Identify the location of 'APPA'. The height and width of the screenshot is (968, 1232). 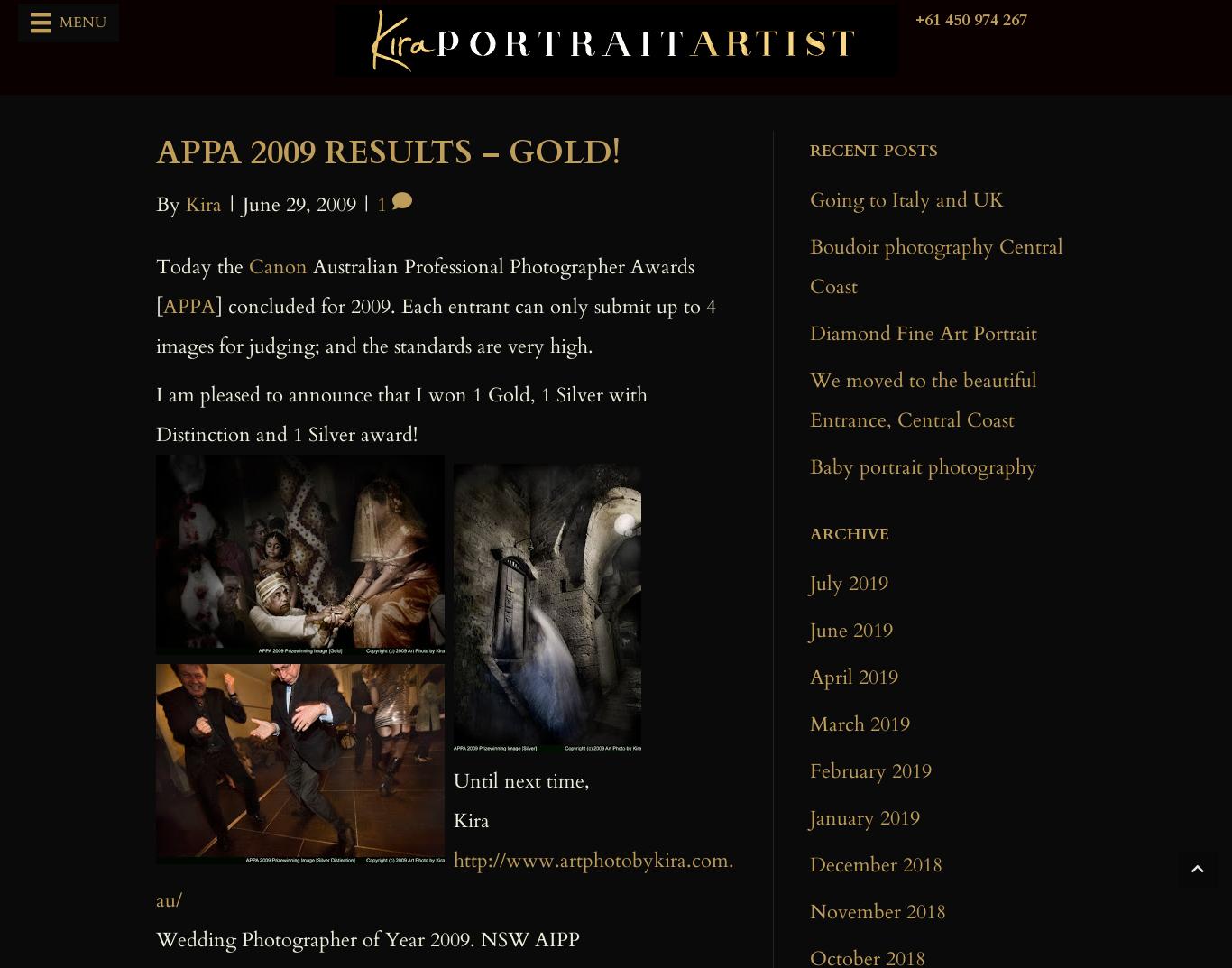
(161, 307).